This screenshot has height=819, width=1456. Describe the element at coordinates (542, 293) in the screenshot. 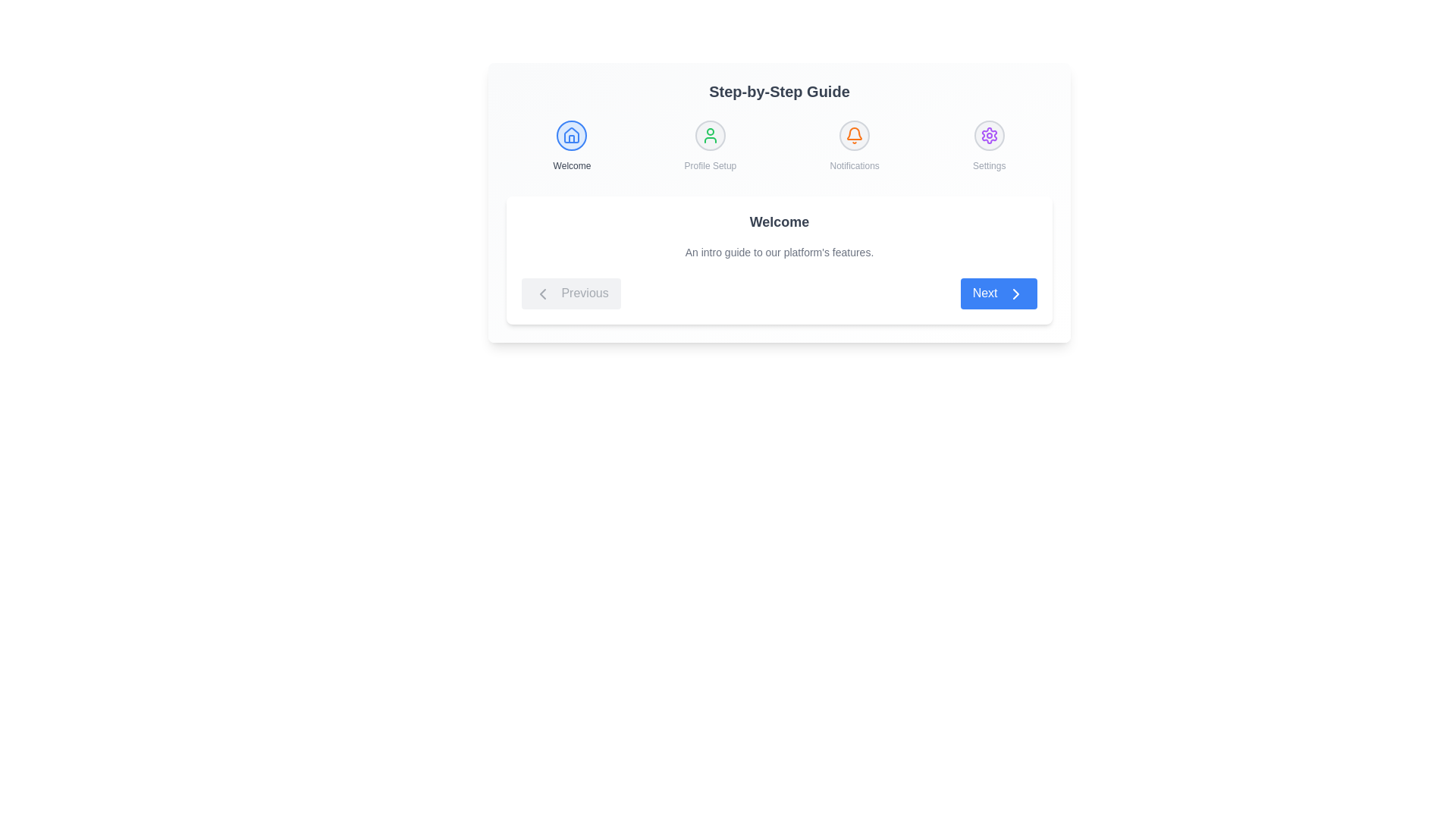

I see `the visual feedback provided by the leftward navigational chevron icon, which is part of the 'Previous' button in the interface` at that location.